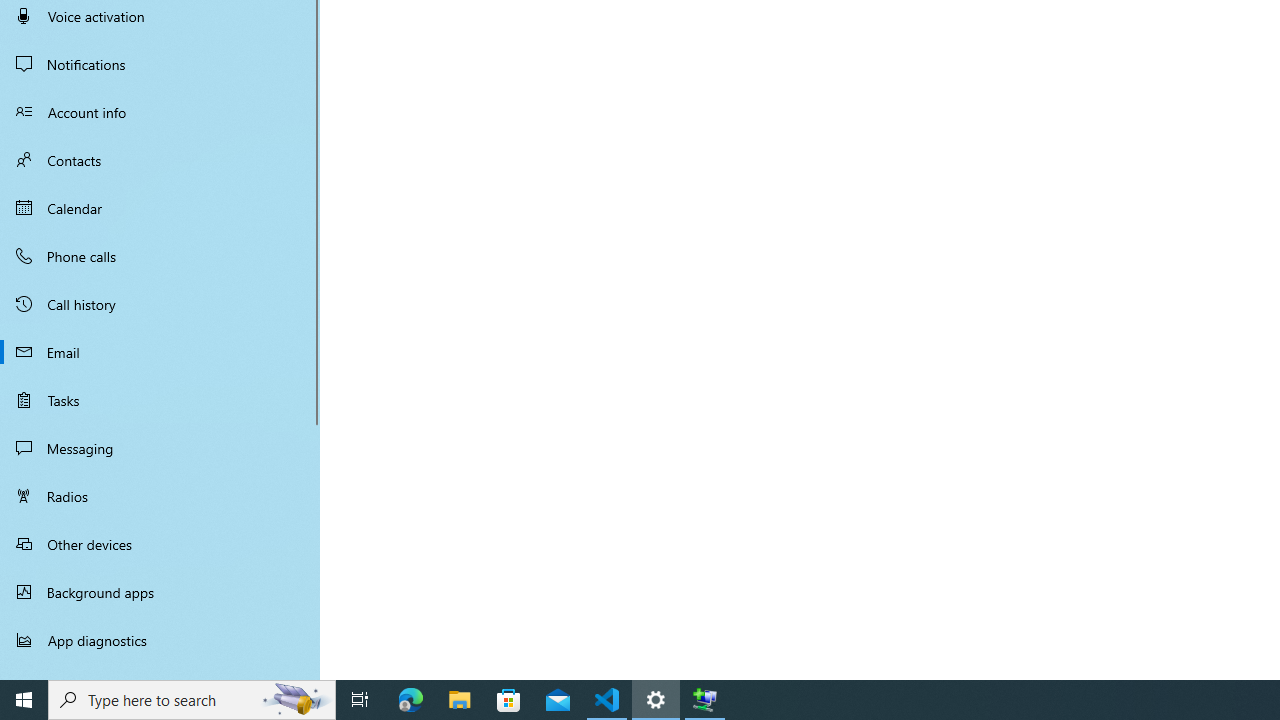 The width and height of the screenshot is (1280, 720). What do you see at coordinates (606, 698) in the screenshot?
I see `'Visual Studio Code - 1 running window'` at bounding box center [606, 698].